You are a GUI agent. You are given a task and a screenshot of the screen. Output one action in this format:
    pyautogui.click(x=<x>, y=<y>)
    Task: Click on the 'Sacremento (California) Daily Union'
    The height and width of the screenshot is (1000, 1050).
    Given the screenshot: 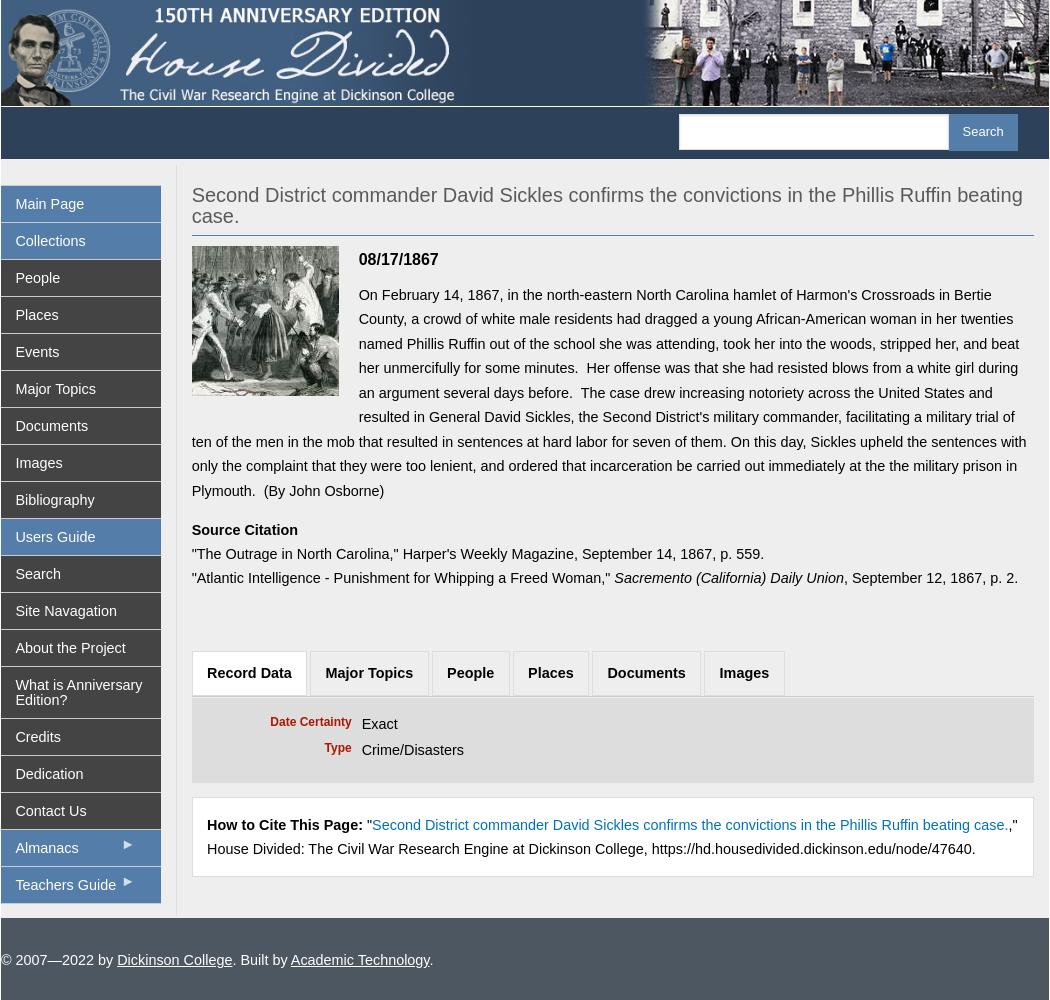 What is the action you would take?
    pyautogui.click(x=727, y=577)
    